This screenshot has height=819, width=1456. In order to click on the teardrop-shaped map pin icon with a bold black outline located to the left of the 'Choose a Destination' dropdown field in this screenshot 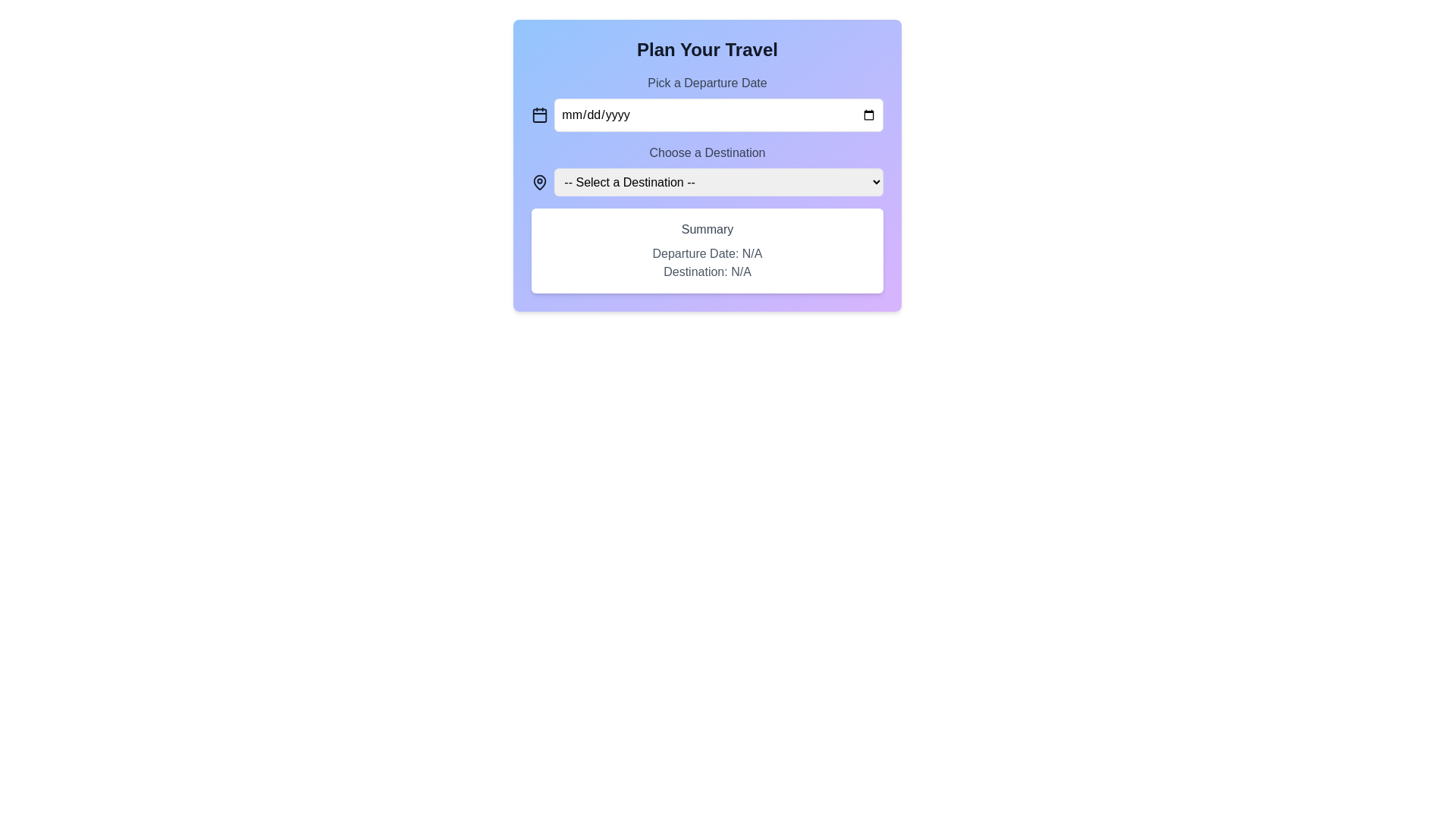, I will do `click(540, 181)`.